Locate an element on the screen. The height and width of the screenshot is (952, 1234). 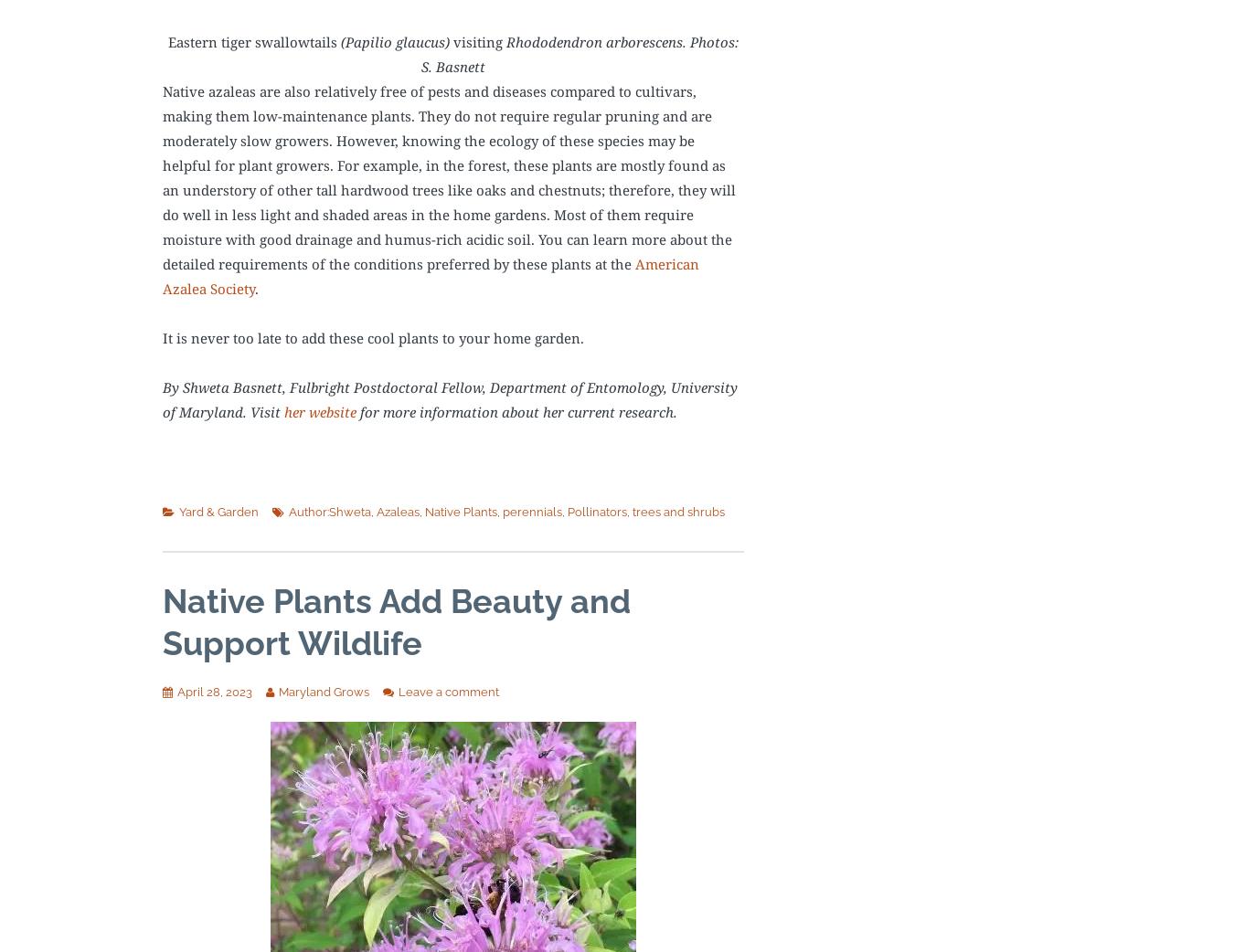
'(Papilio glaucus)' is located at coordinates (394, 40).